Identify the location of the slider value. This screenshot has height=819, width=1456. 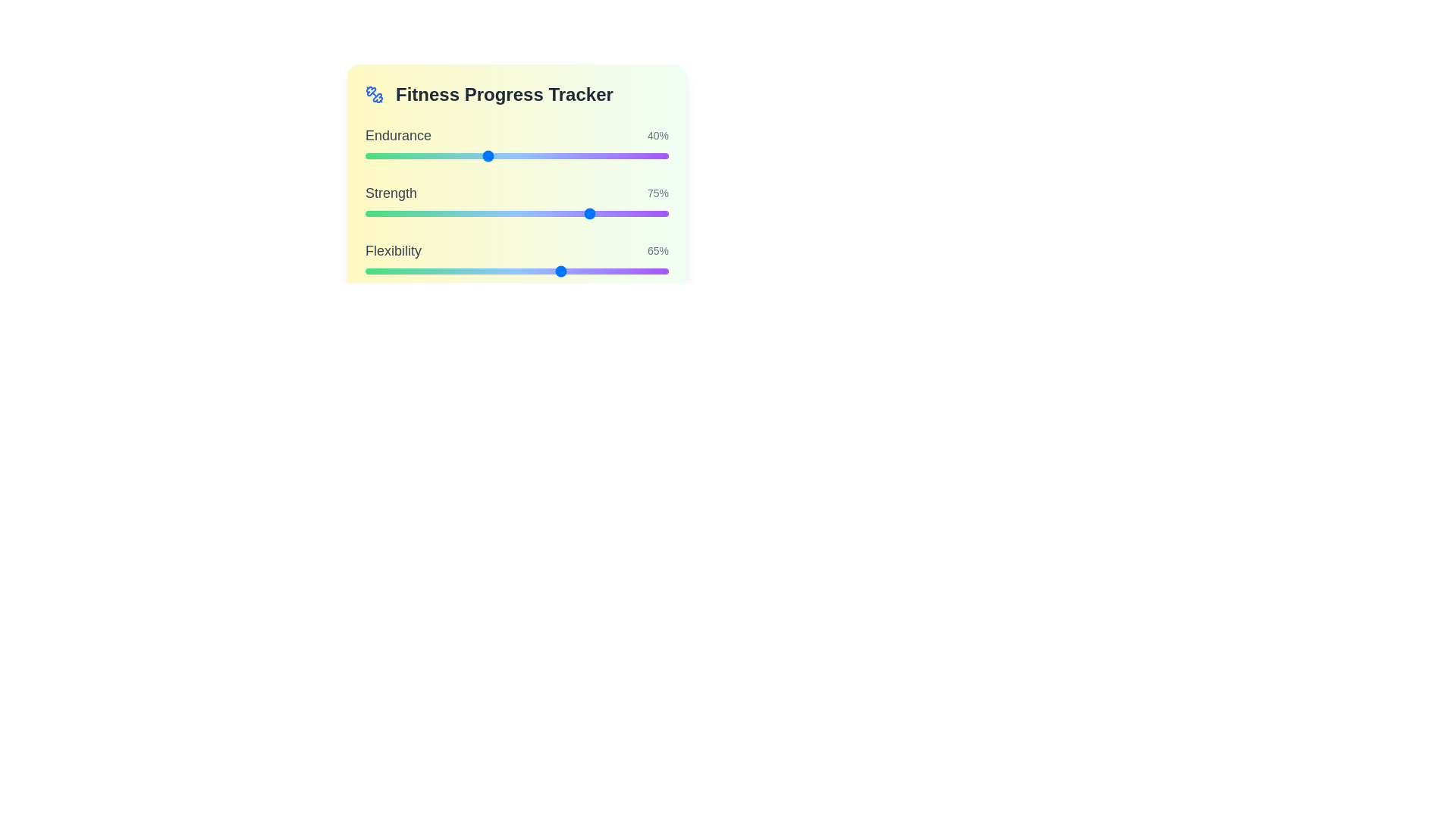
(443, 213).